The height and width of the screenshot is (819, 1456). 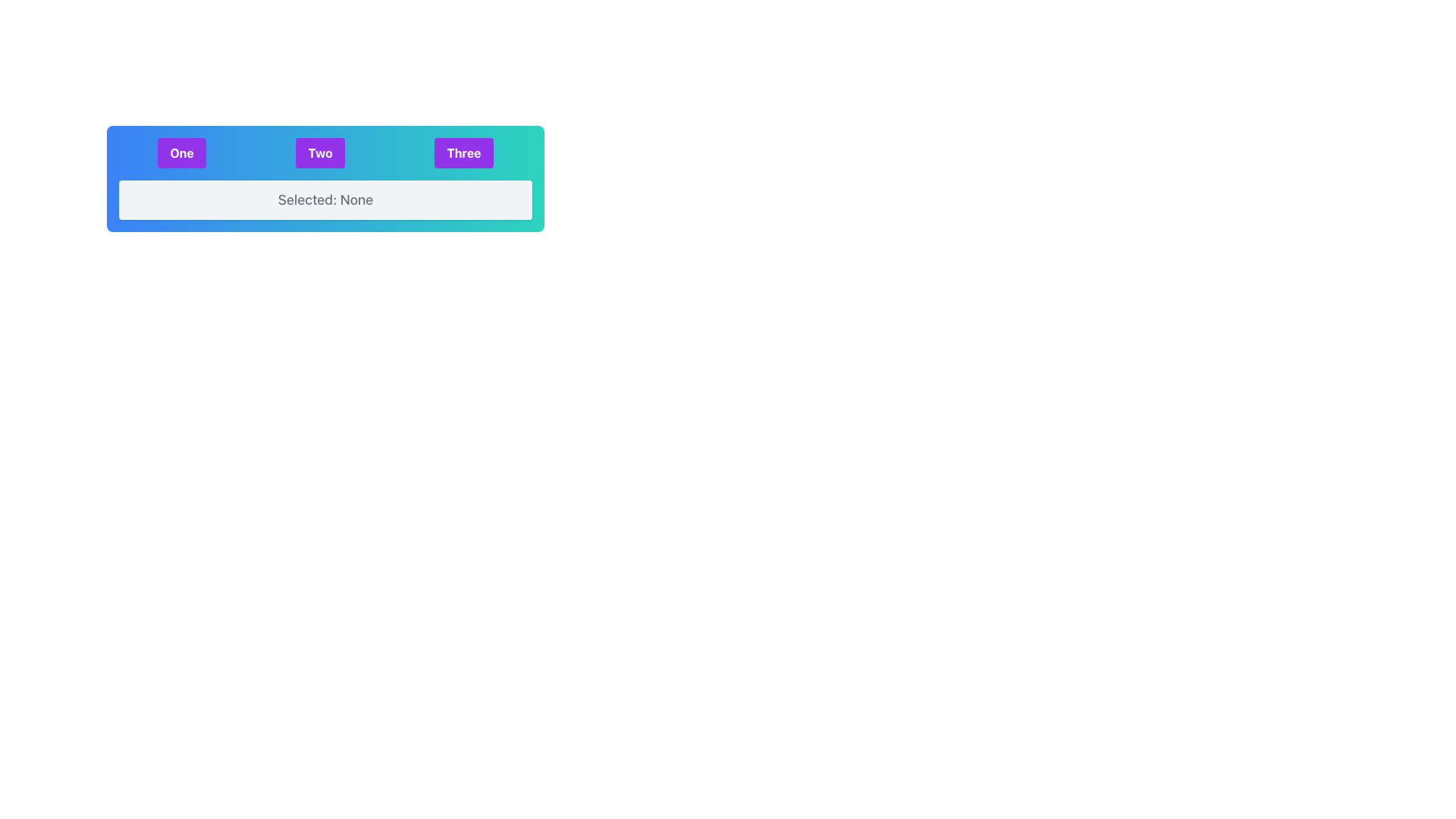 What do you see at coordinates (182, 152) in the screenshot?
I see `the purple button labeled 'One'` at bounding box center [182, 152].